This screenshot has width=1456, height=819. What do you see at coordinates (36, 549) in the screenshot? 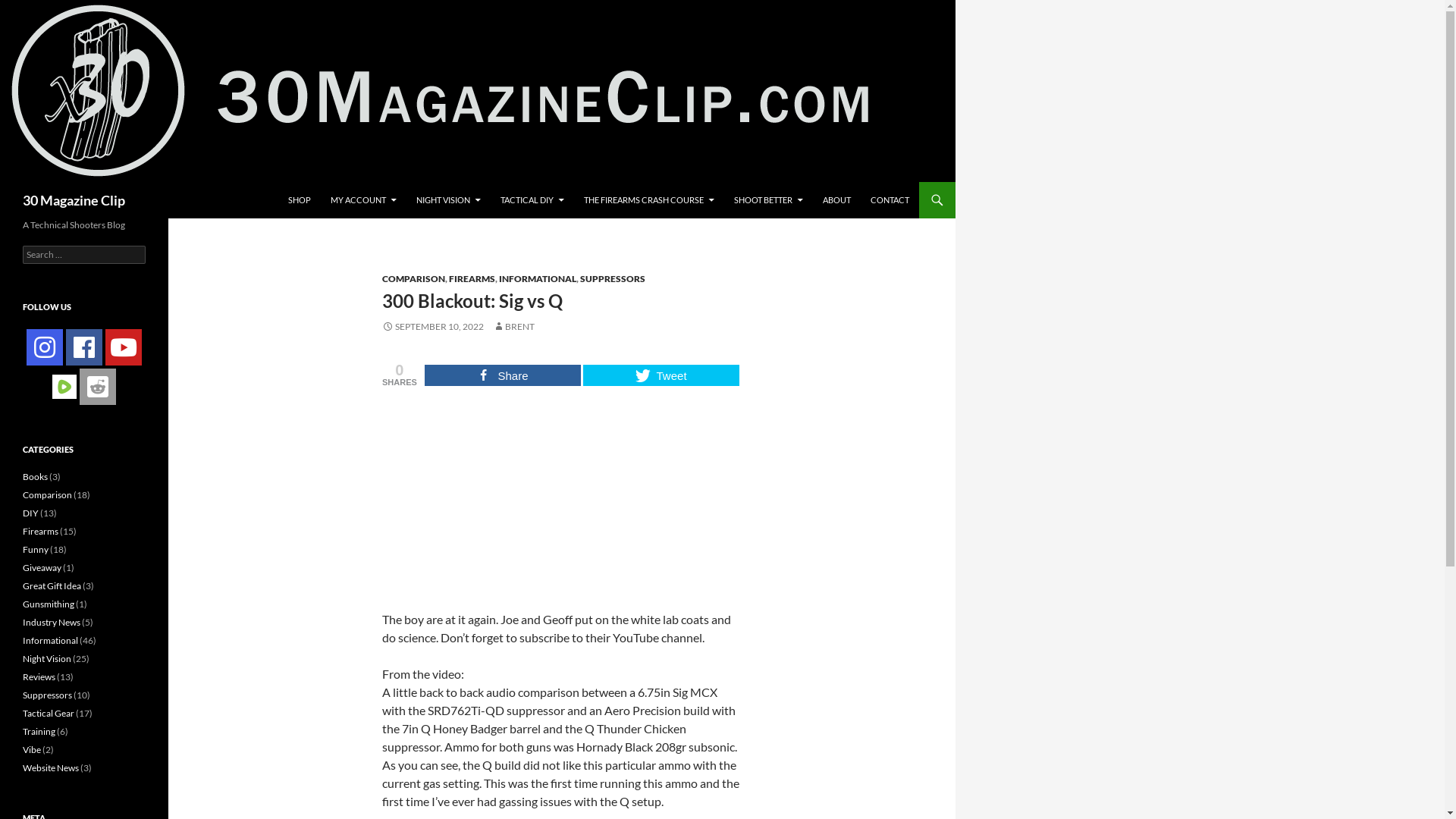
I see `'Funny'` at bounding box center [36, 549].